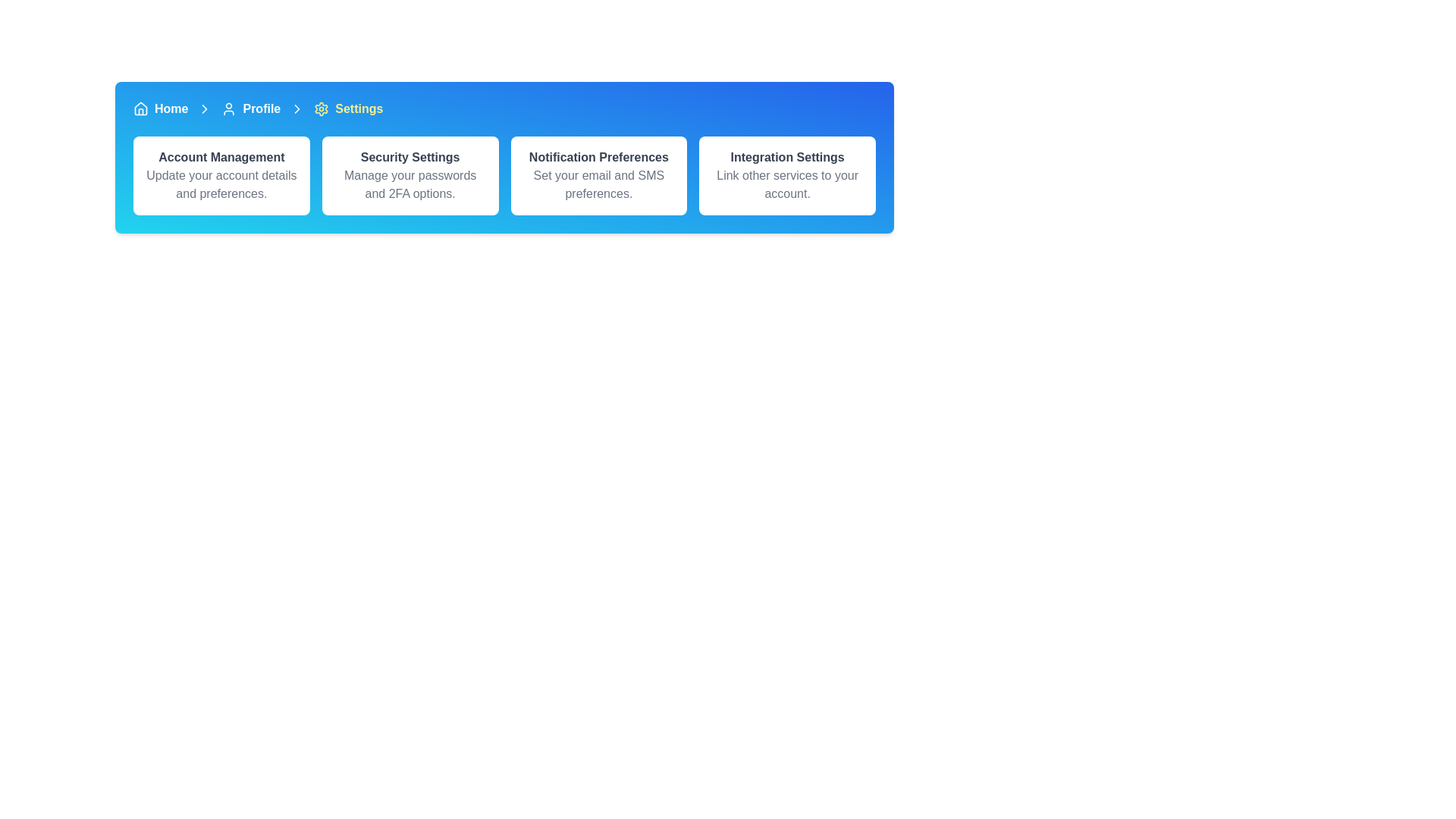  Describe the element at coordinates (787, 158) in the screenshot. I see `the text label reading 'Integration Settings', which is styled with a semi-bold font and dark gray color, located at the top of the rightmost box in a grid of four boxes` at that location.